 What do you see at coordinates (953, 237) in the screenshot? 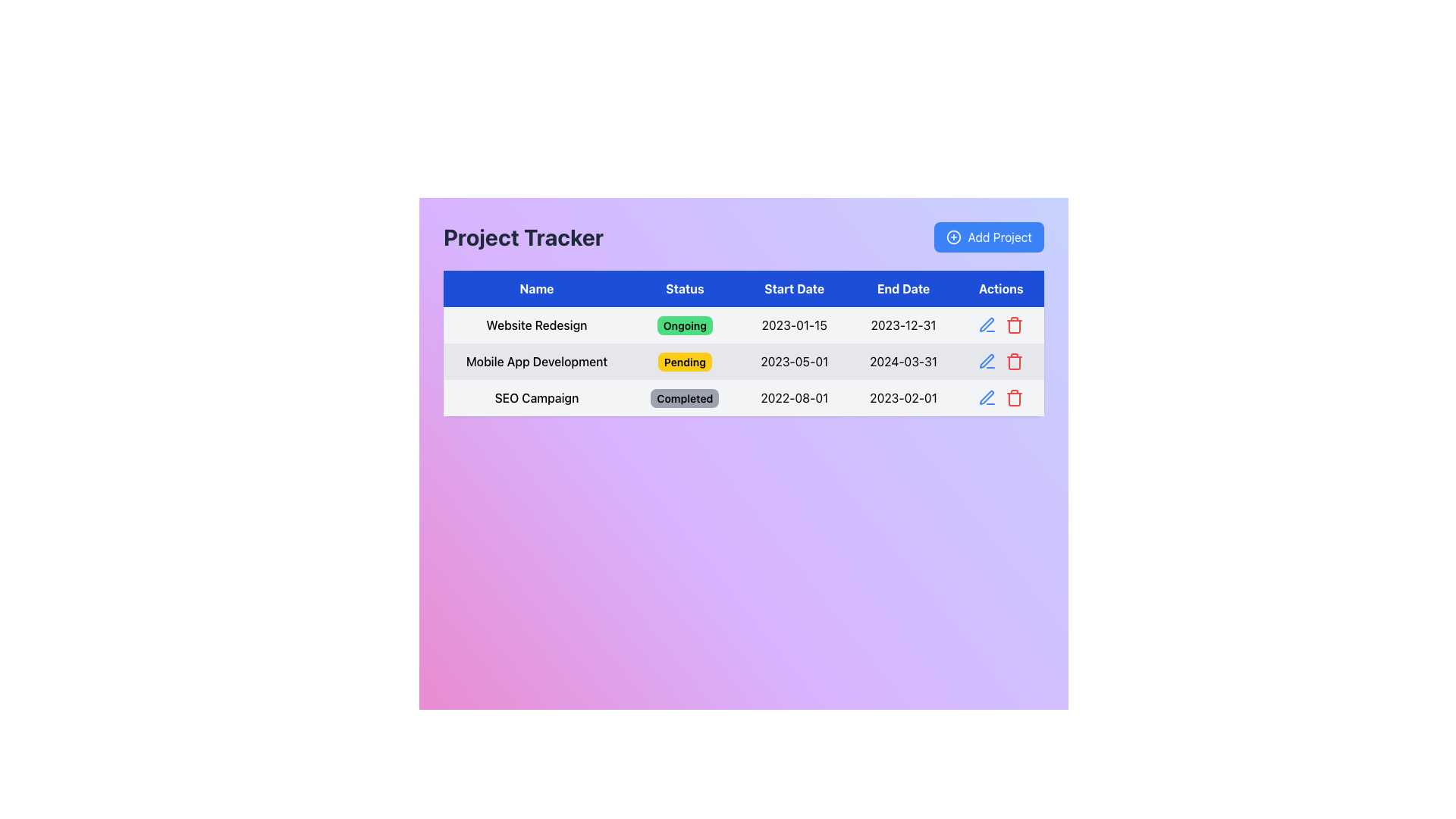
I see `the circular '+' icon with a blue outline that is part of the 'Add Project' button` at bounding box center [953, 237].